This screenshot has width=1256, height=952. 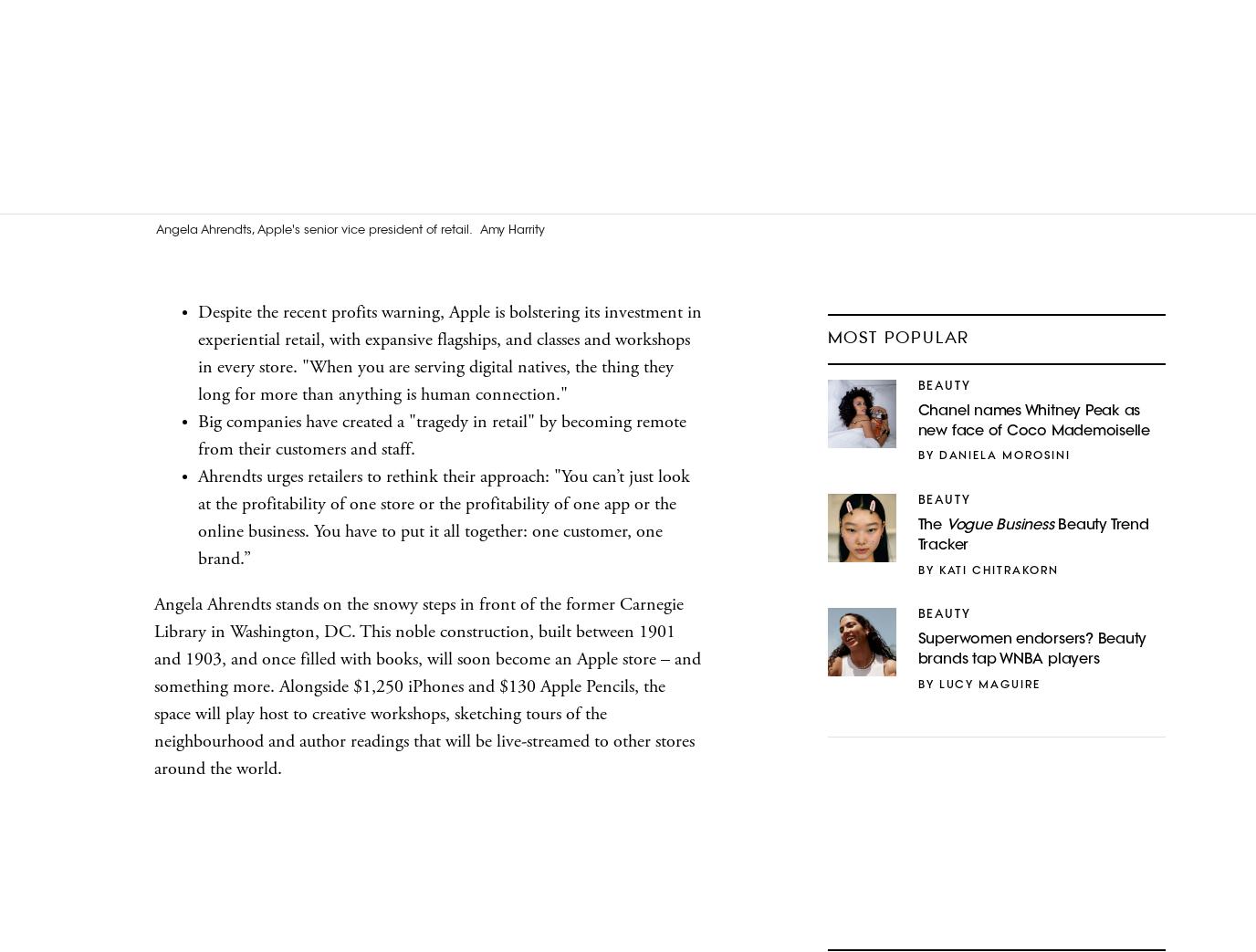 What do you see at coordinates (197, 517) in the screenshot?
I see `'Ahrendts urges retailers to rethink their approach: "You can’t just look at the profitability of one store or the profitability of one app or the online business. You have to put it all together: one customer, one brand.”'` at bounding box center [197, 517].